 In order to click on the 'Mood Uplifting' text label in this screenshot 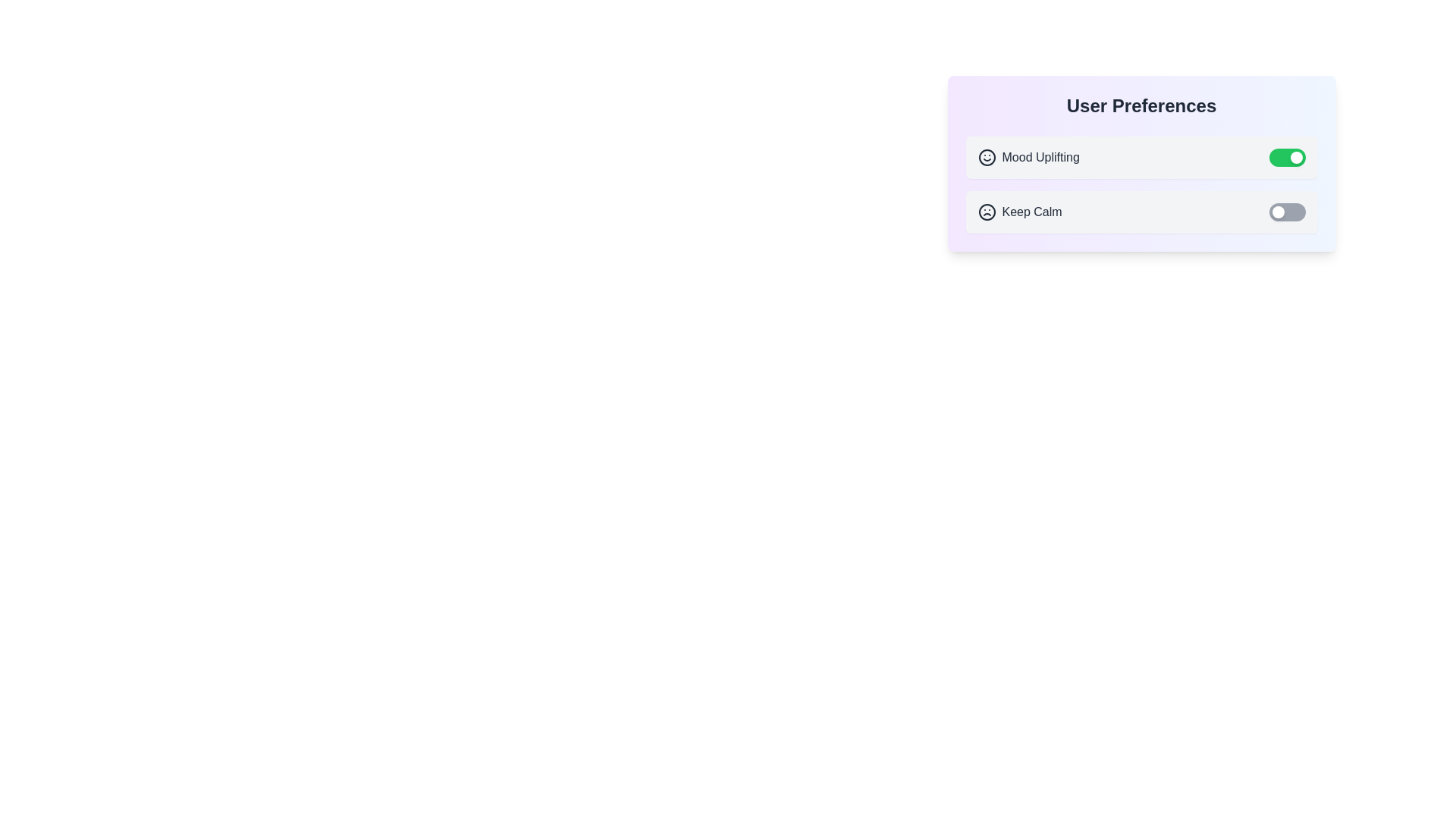, I will do `click(1040, 158)`.